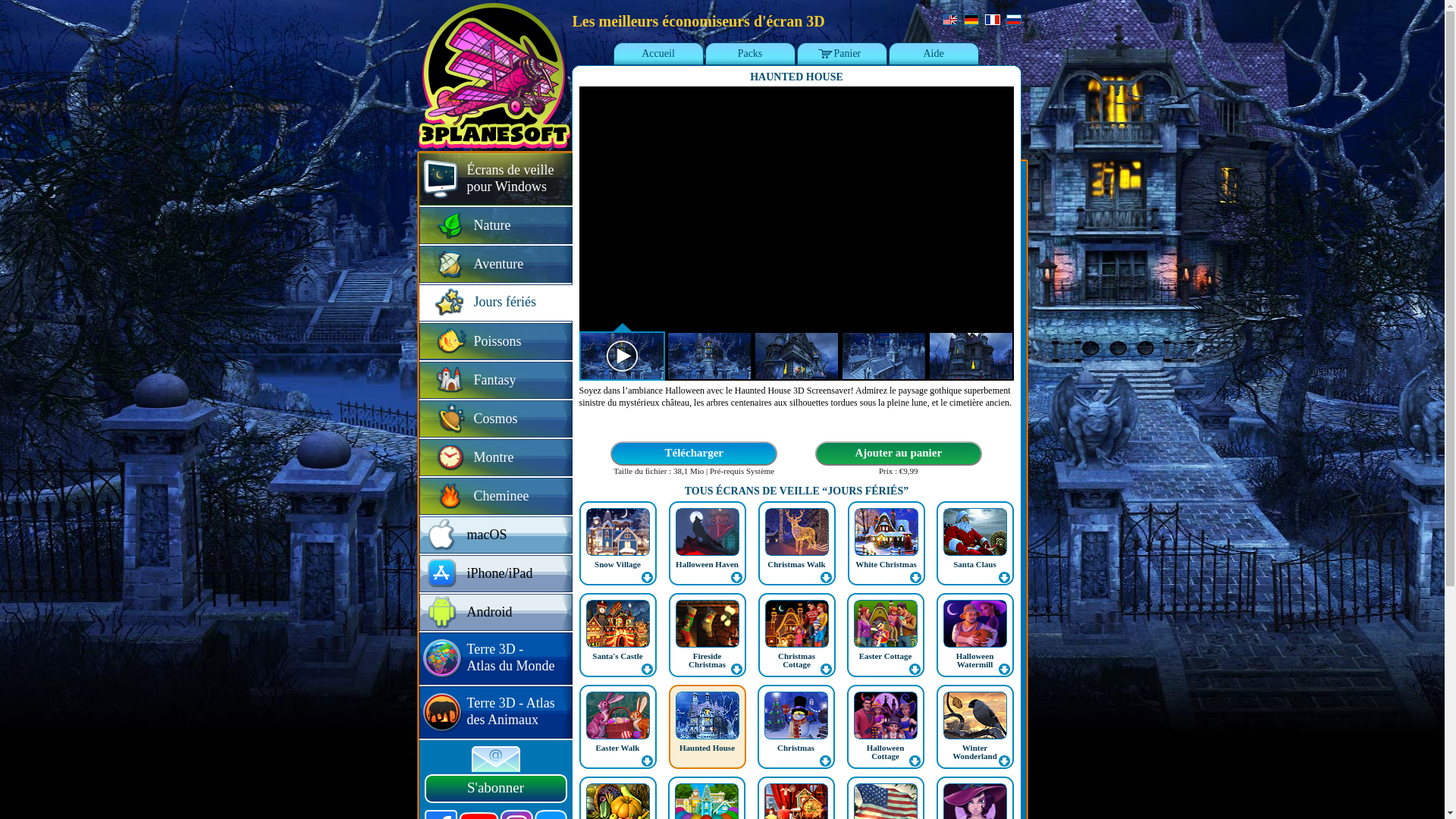 Image resolution: width=1456 pixels, height=819 pixels. Describe the element at coordinates (706, 542) in the screenshot. I see `'Halloween Haven'` at that location.